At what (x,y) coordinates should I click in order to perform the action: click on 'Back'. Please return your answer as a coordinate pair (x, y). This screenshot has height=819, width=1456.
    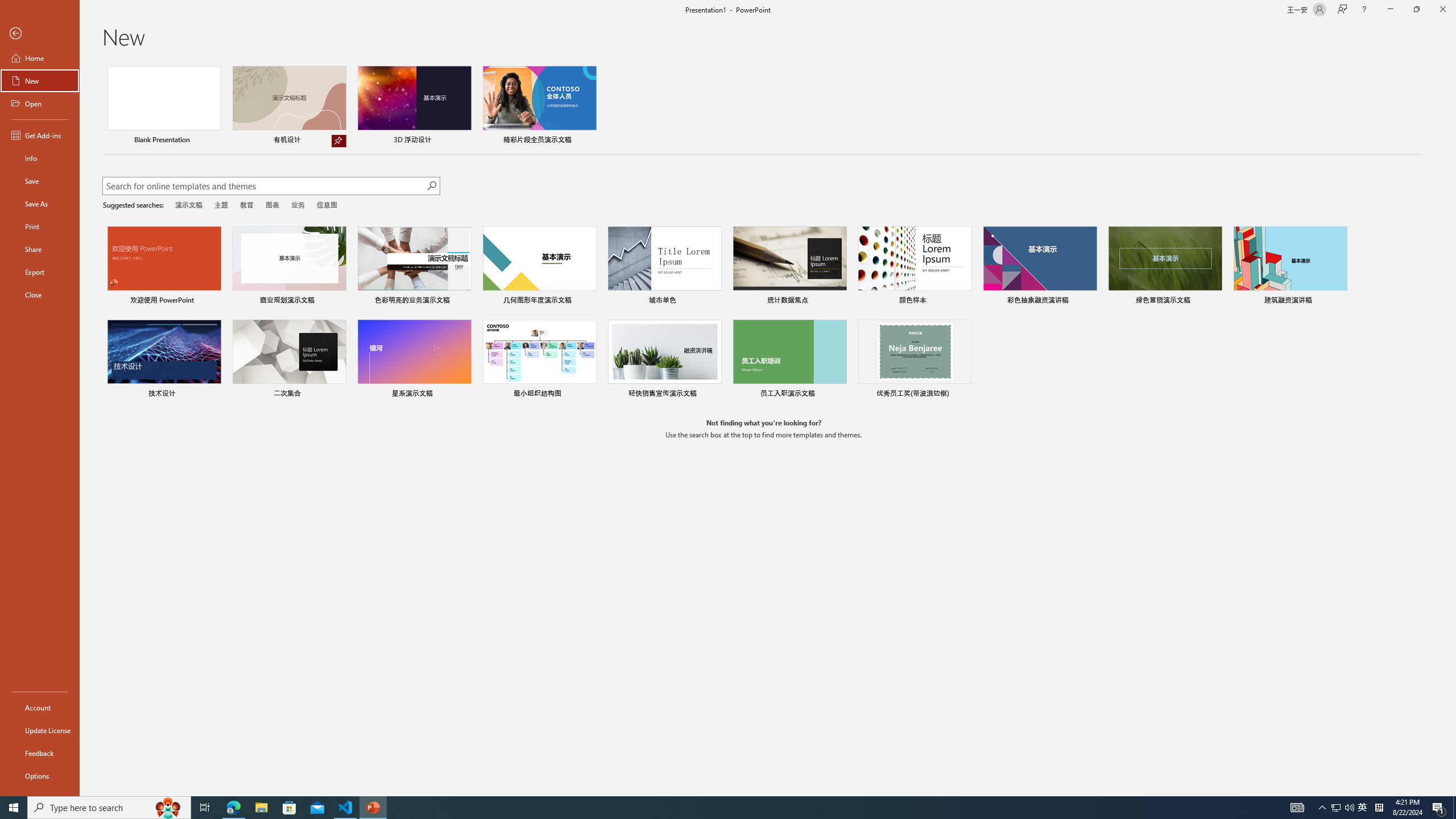
    Looking at the image, I should click on (39, 33).